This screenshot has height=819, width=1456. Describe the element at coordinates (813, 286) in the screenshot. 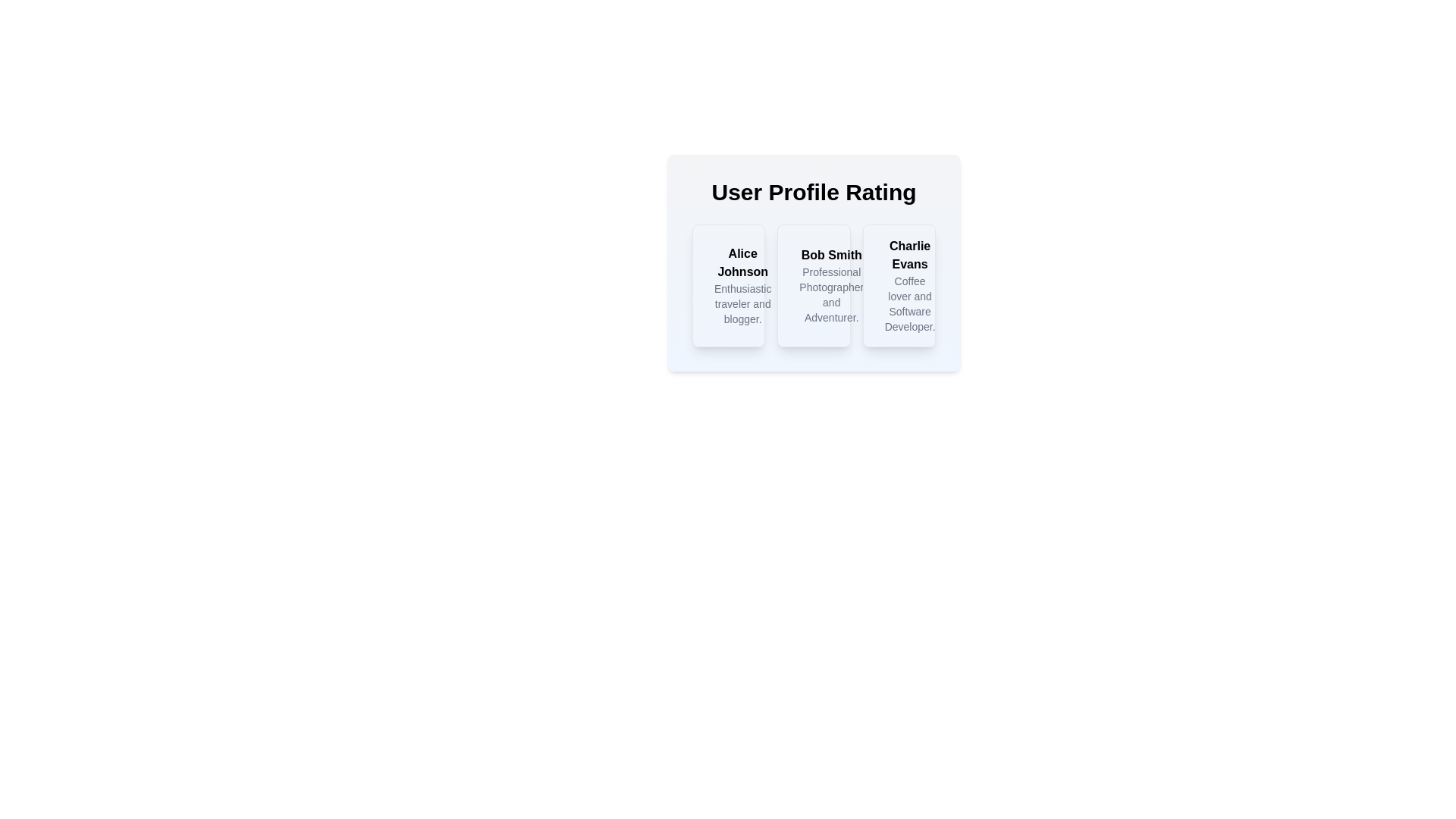

I see `to select the middle user profile card representing the user in the three-card grid layout titled 'User Profile Rating'` at that location.